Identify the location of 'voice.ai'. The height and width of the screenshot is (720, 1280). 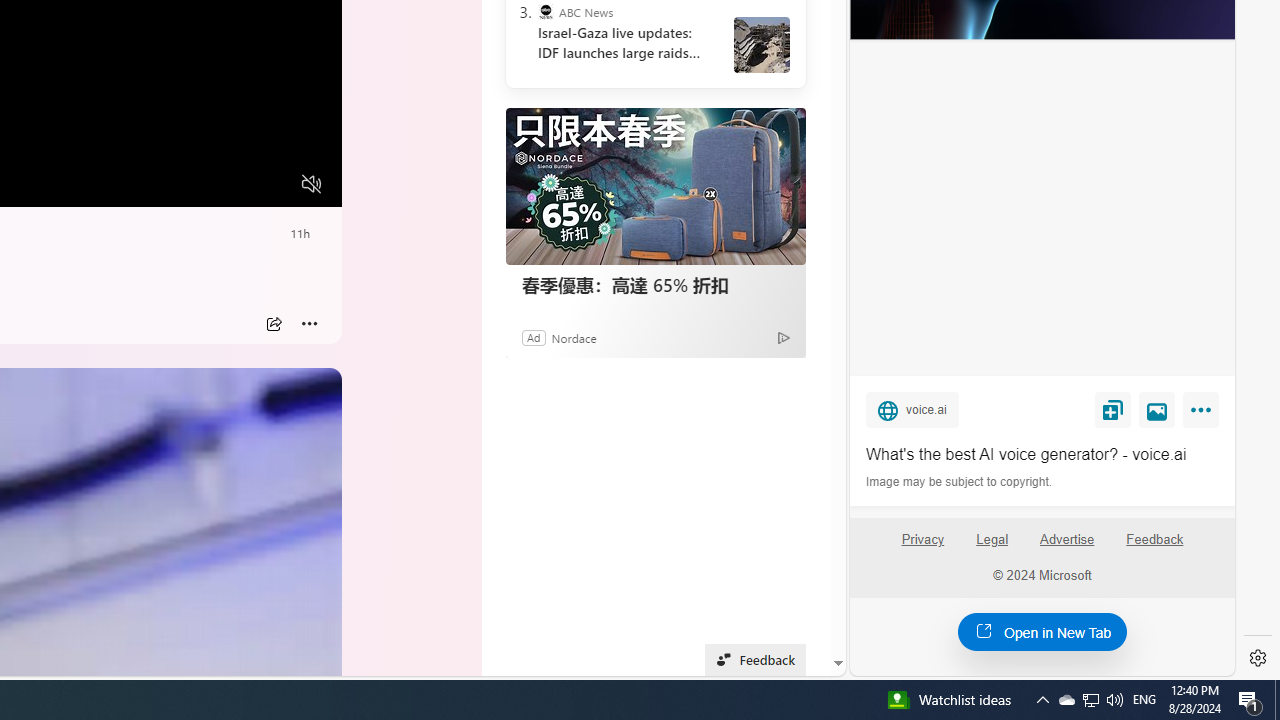
(911, 408).